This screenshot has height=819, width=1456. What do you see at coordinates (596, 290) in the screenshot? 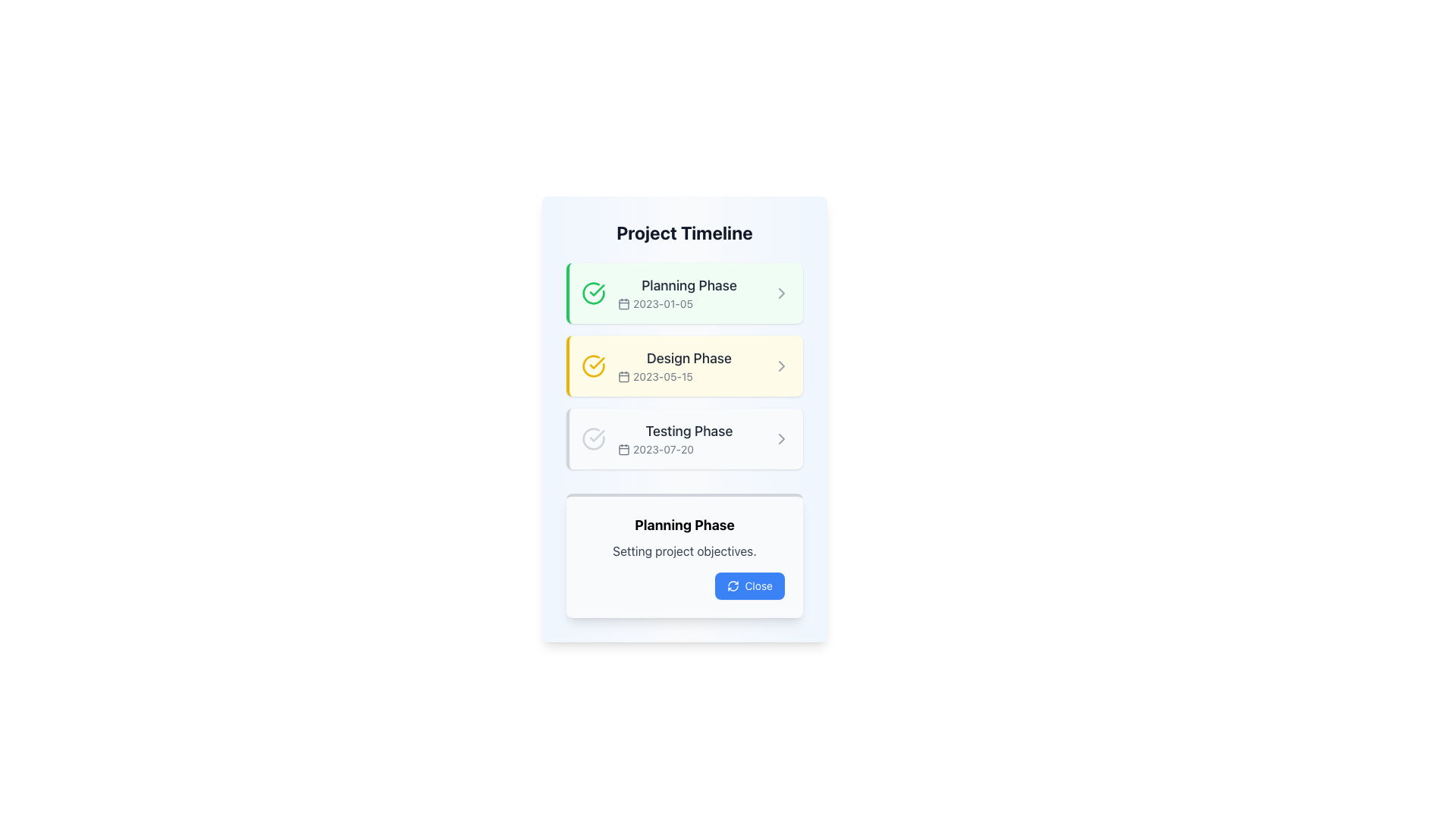
I see `the SVG Checkmark icon representing the completed status of the Planning Phase` at bounding box center [596, 290].